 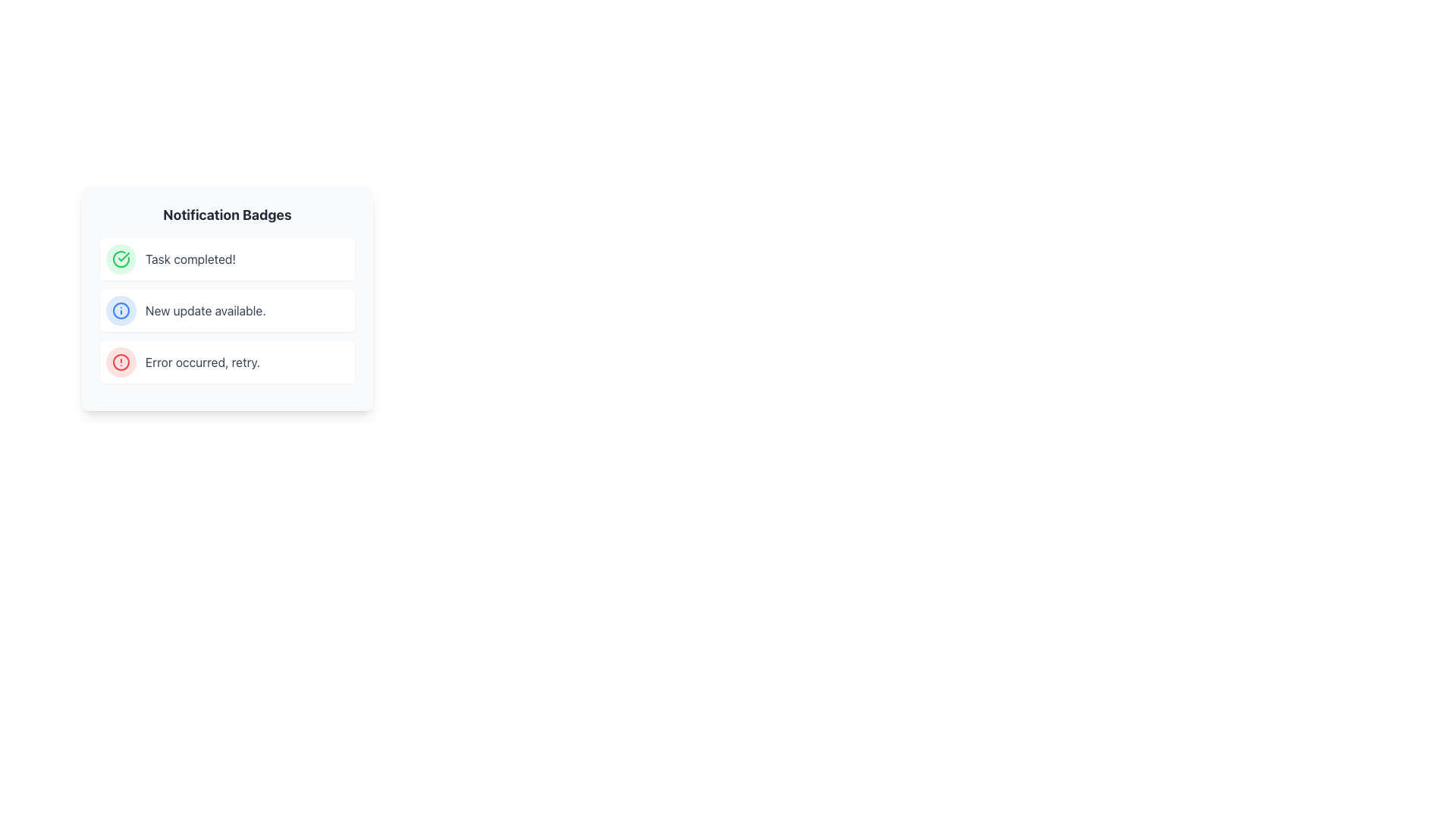 I want to click on the informational icon indicating 'New update available.' which is positioned to the left of the corresponding text within the notification badge, specifically the second item in the list of notification badges, so click(x=120, y=309).